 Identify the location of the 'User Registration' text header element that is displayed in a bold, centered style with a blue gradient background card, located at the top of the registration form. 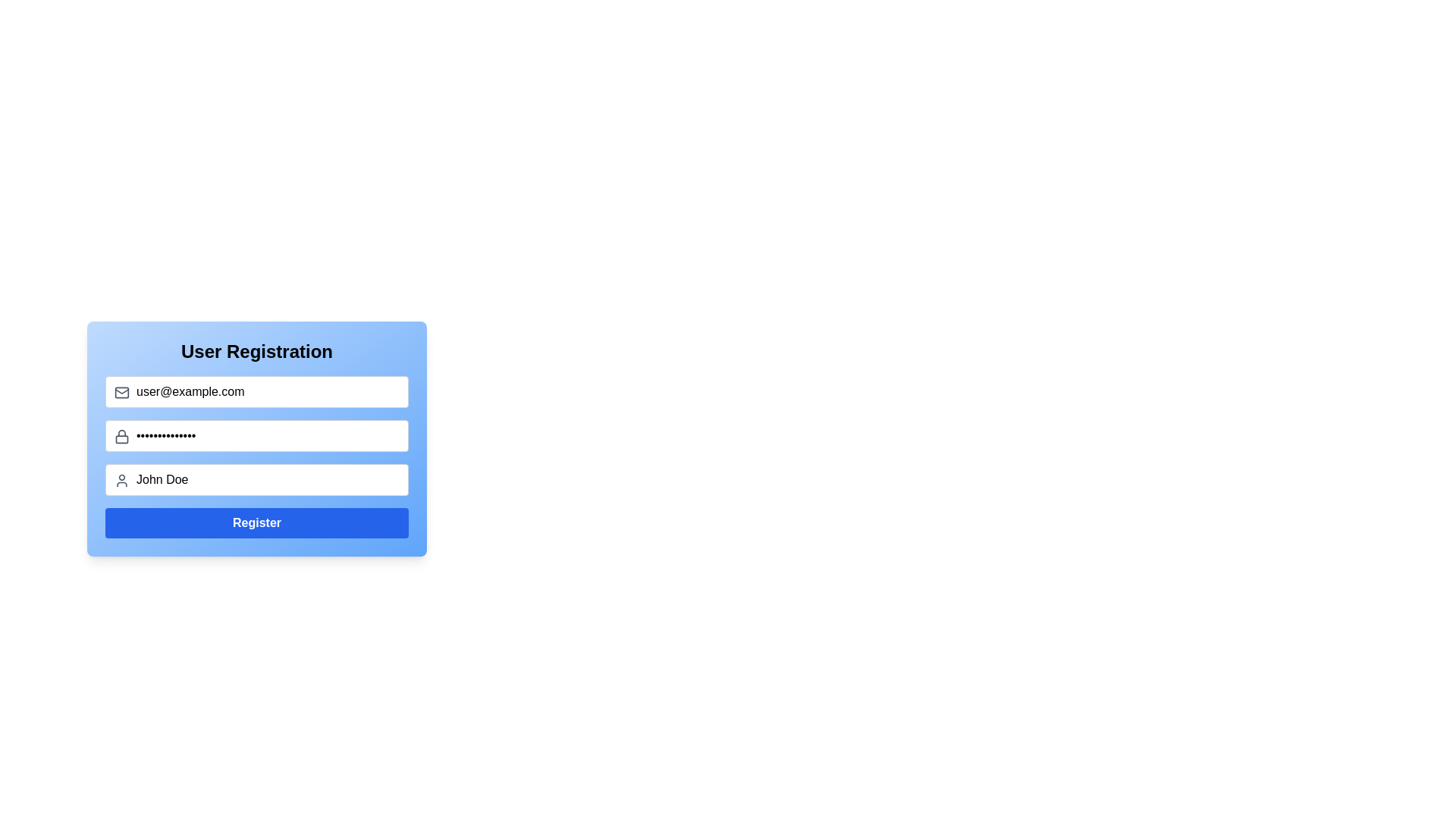
(257, 351).